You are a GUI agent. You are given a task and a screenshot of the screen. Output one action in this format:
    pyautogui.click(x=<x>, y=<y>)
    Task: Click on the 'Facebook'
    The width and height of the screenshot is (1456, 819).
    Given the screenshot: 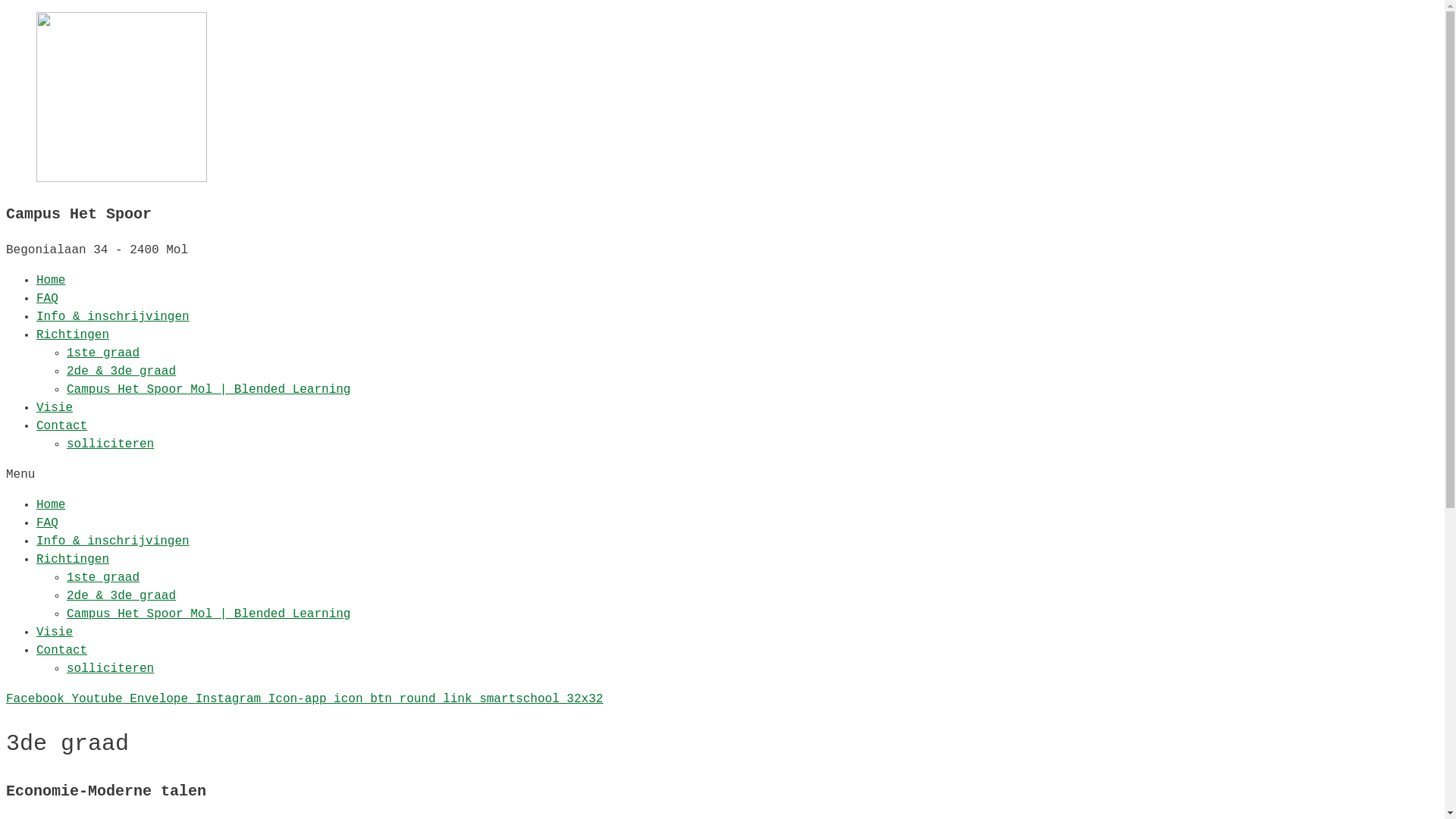 What is the action you would take?
    pyautogui.click(x=6, y=698)
    